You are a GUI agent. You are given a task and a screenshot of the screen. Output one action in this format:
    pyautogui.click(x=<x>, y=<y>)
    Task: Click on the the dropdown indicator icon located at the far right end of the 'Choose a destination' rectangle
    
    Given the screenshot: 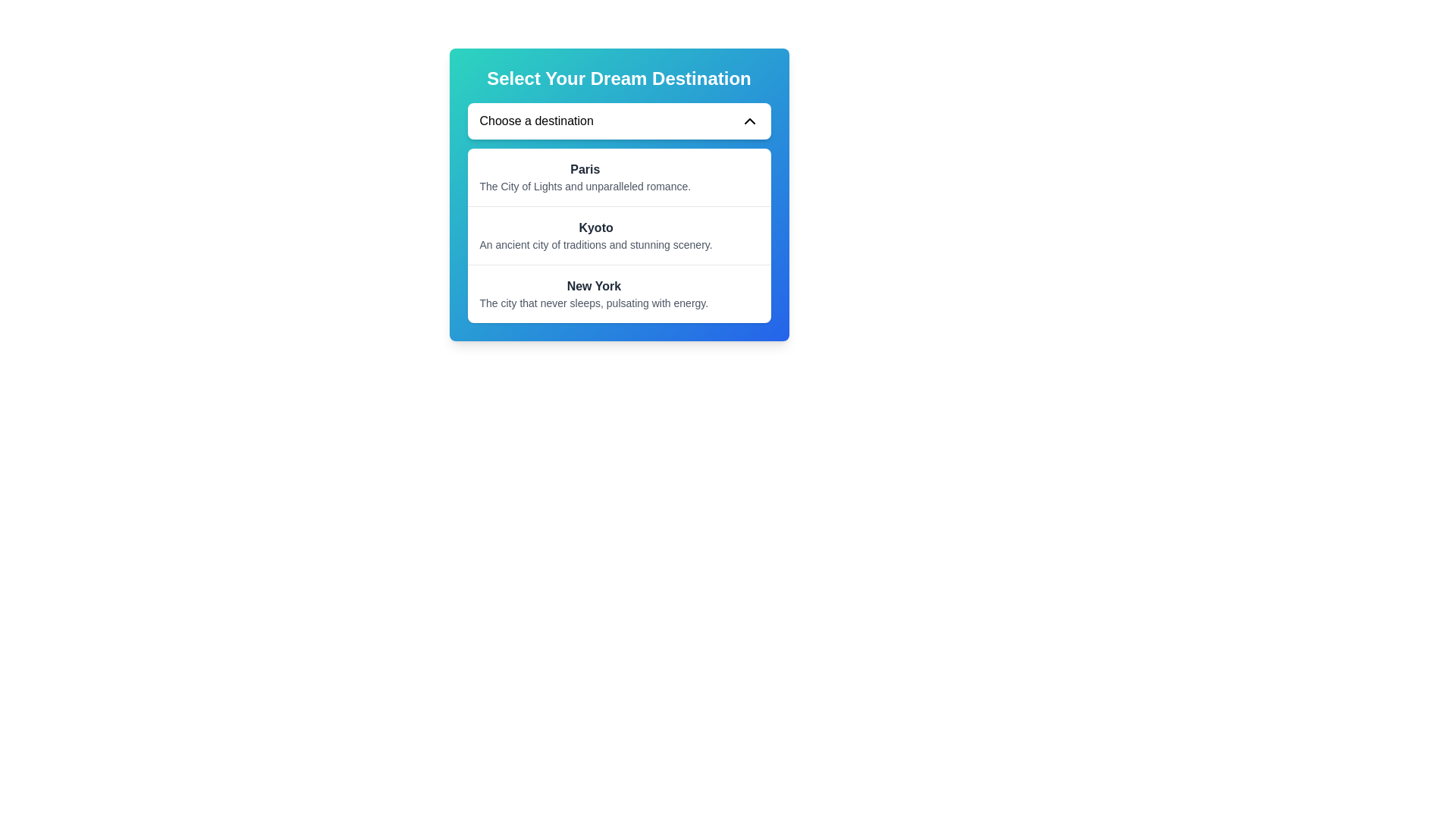 What is the action you would take?
    pyautogui.click(x=749, y=120)
    